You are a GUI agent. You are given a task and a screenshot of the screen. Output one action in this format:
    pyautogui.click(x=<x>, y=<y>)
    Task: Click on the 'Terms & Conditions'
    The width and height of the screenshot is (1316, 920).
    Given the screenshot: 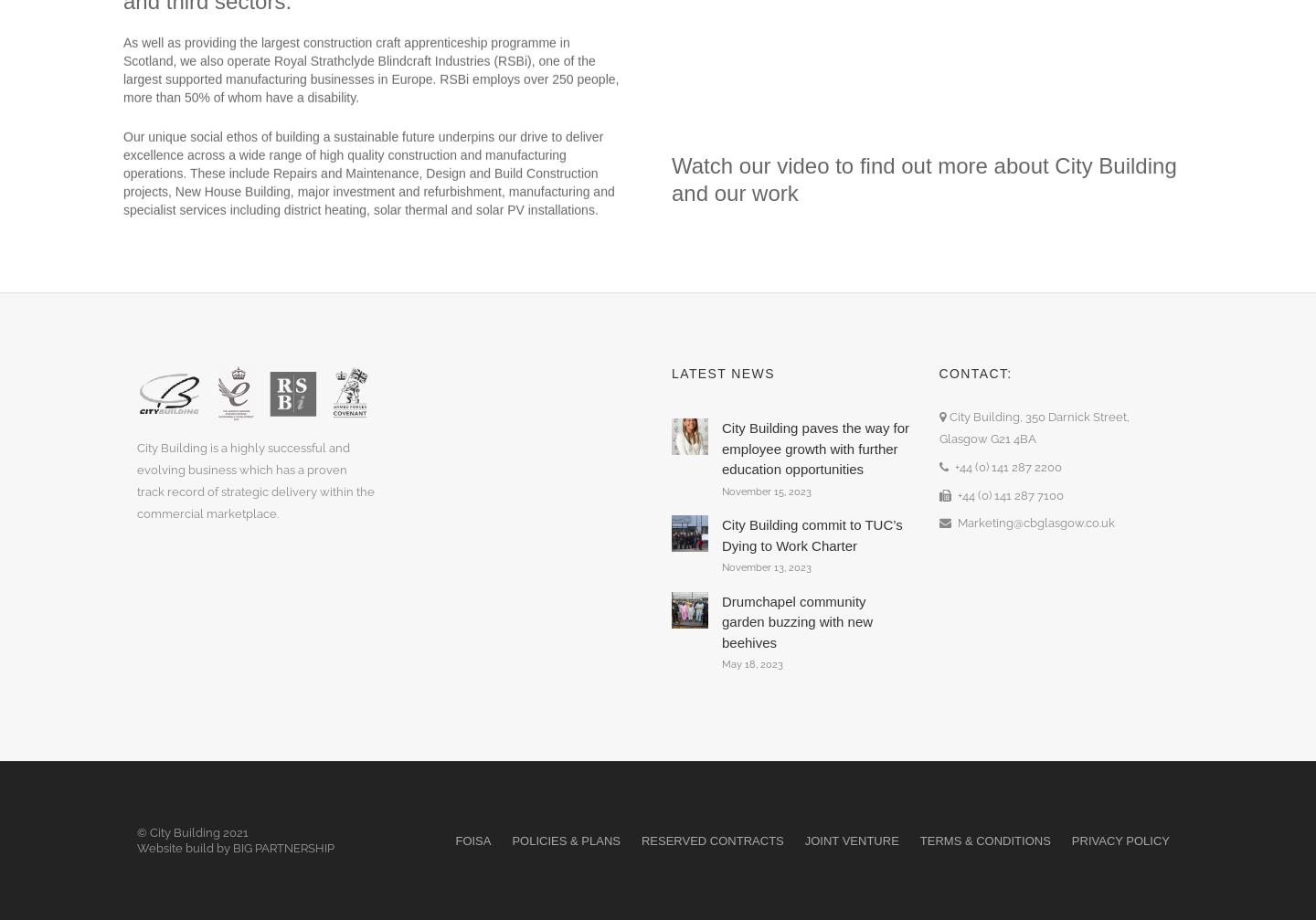 What is the action you would take?
    pyautogui.click(x=918, y=839)
    